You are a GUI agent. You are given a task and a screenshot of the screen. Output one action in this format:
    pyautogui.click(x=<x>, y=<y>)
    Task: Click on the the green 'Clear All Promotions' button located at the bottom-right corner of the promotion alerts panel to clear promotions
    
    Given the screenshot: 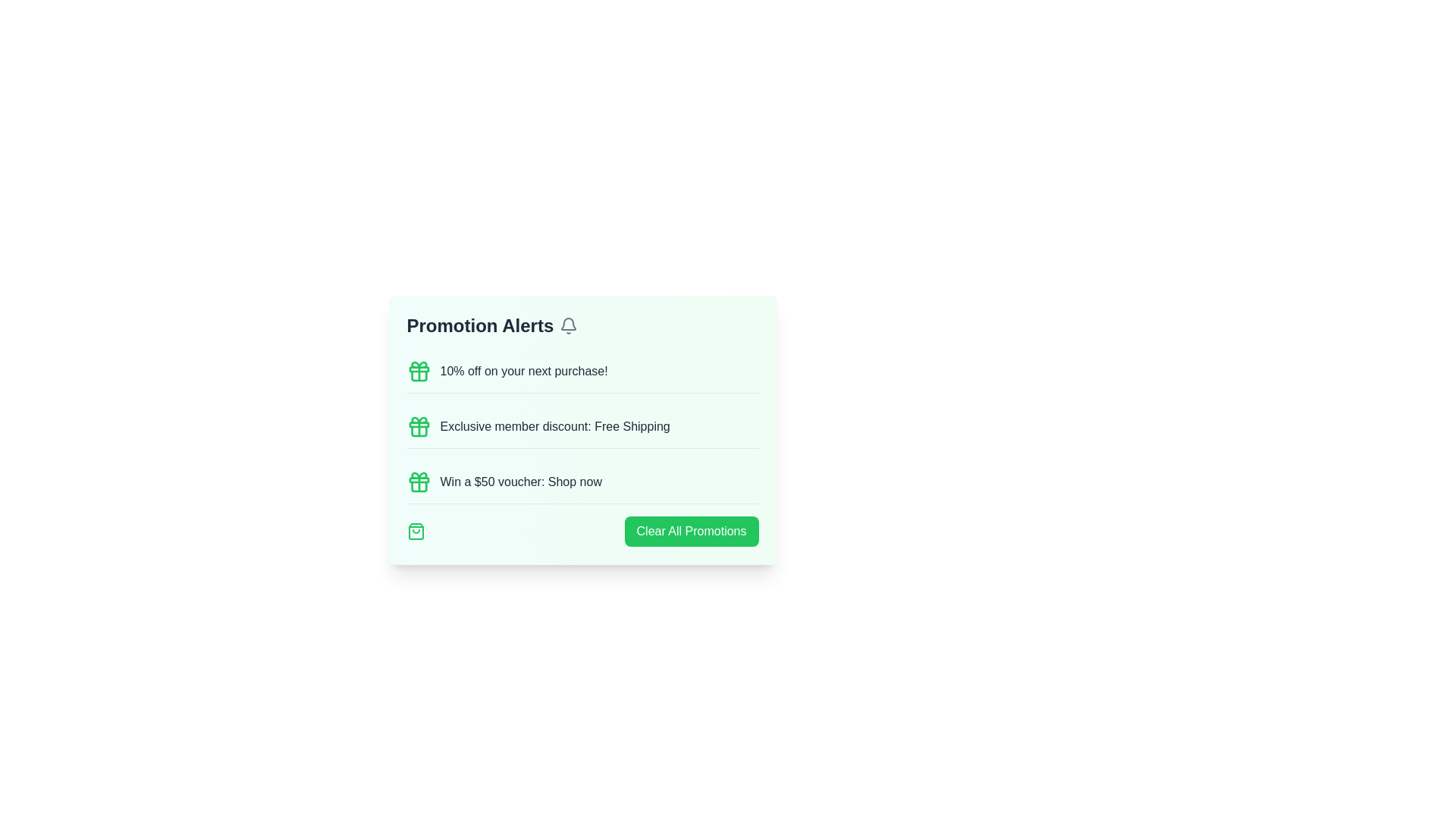 What is the action you would take?
    pyautogui.click(x=691, y=531)
    